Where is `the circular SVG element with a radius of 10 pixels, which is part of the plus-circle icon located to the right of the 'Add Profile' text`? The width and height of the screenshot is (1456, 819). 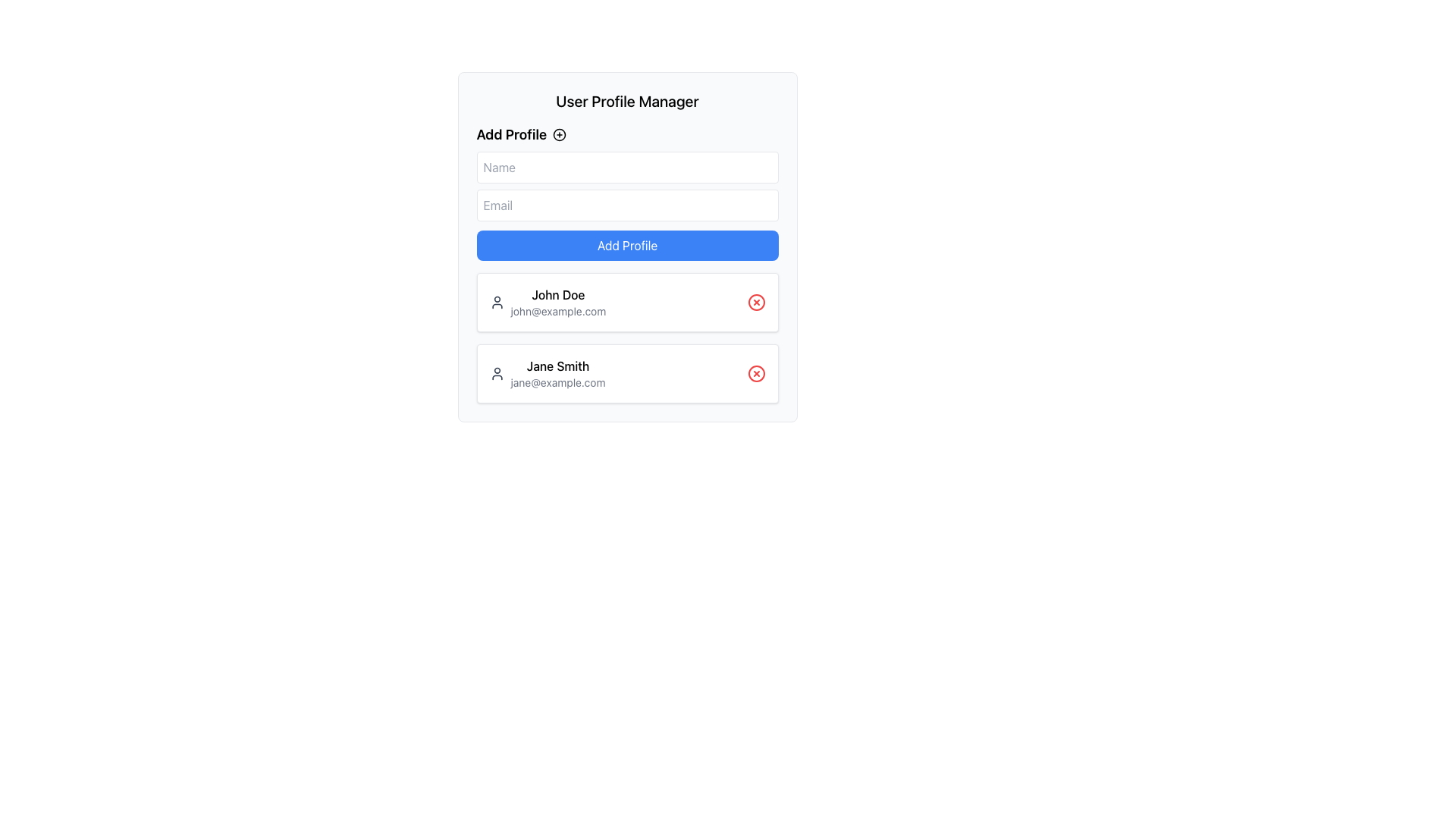 the circular SVG element with a radius of 10 pixels, which is part of the plus-circle icon located to the right of the 'Add Profile' text is located at coordinates (559, 133).